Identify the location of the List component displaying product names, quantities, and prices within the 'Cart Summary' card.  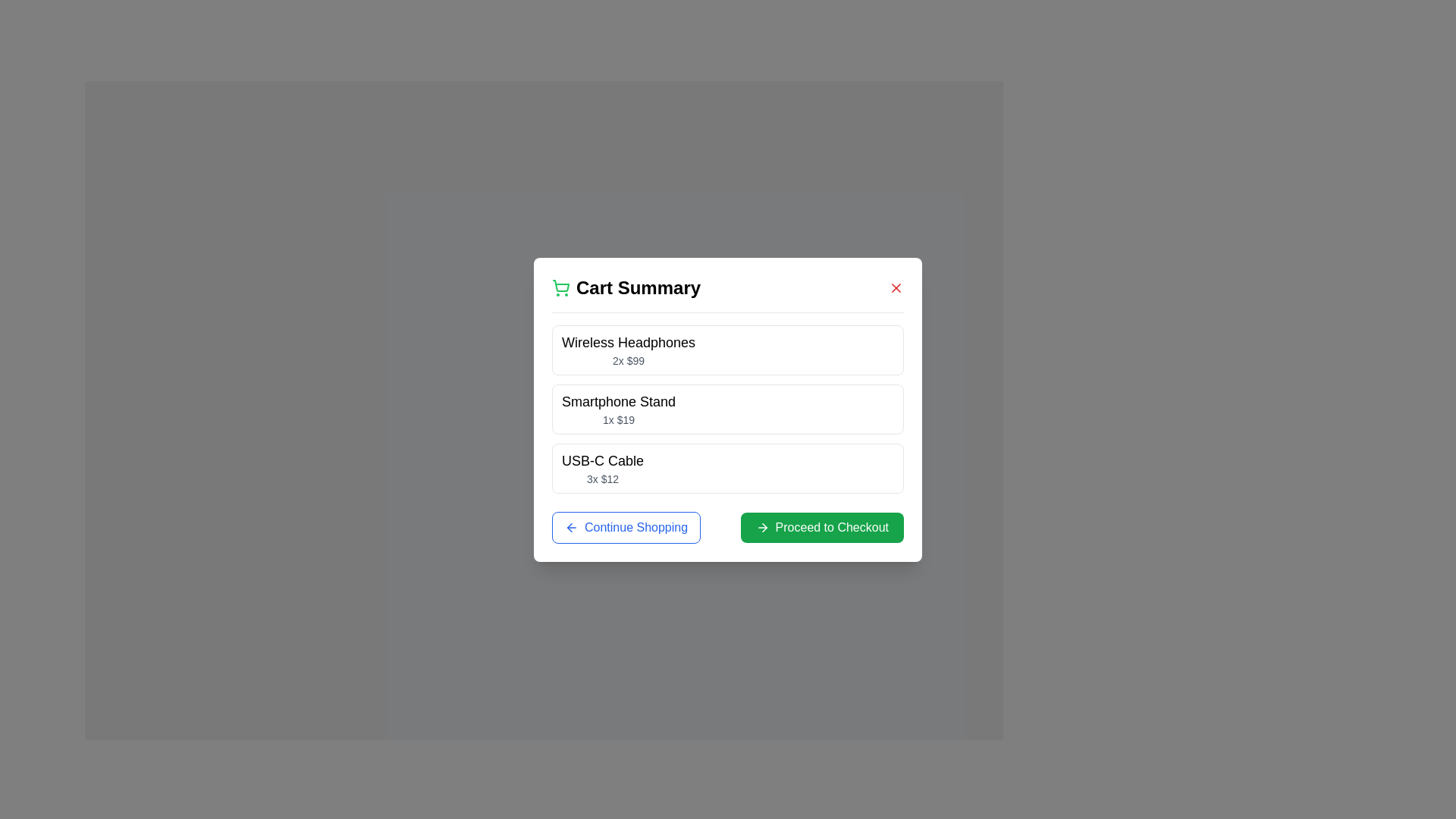
(728, 408).